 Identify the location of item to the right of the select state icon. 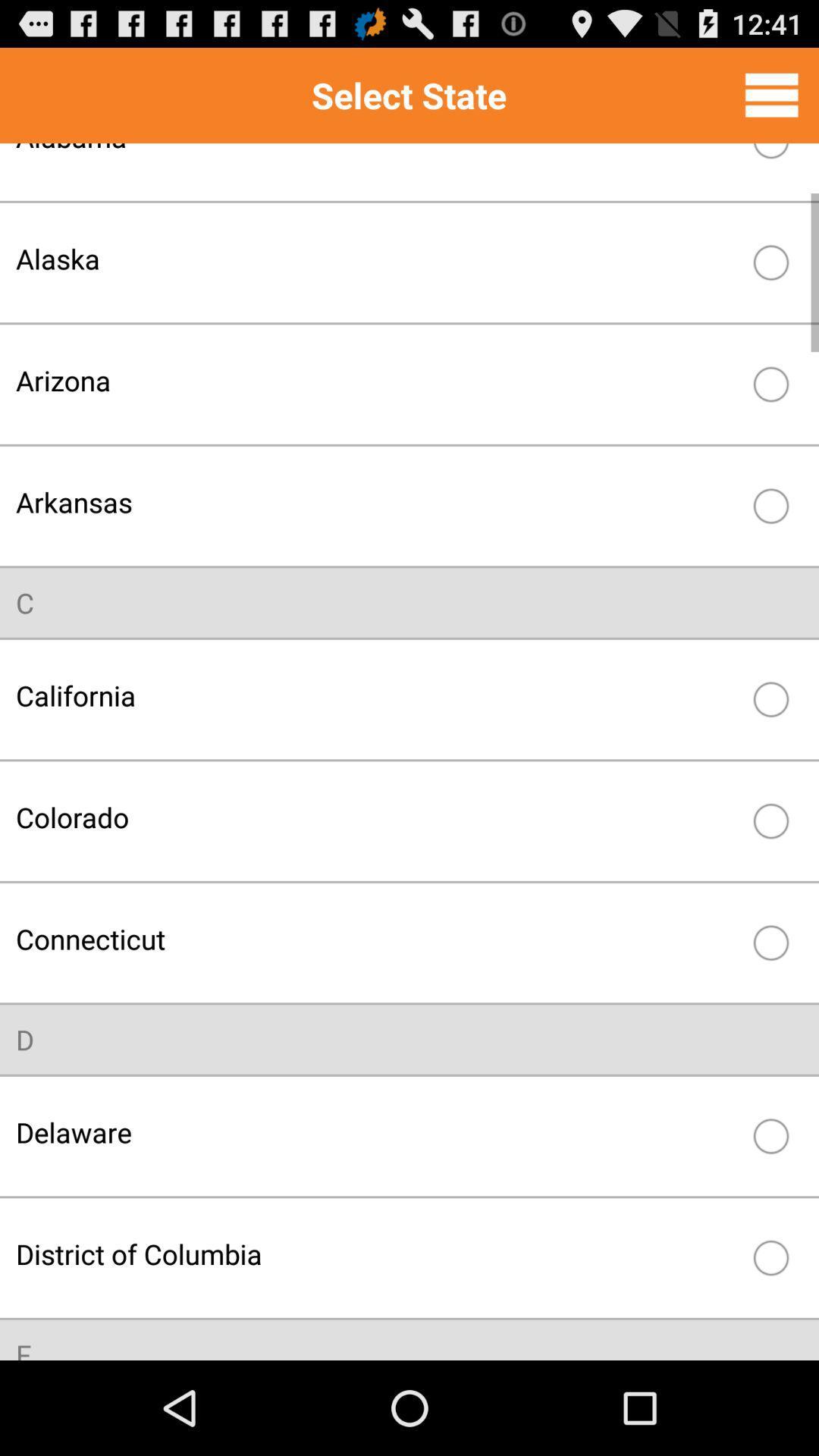
(771, 94).